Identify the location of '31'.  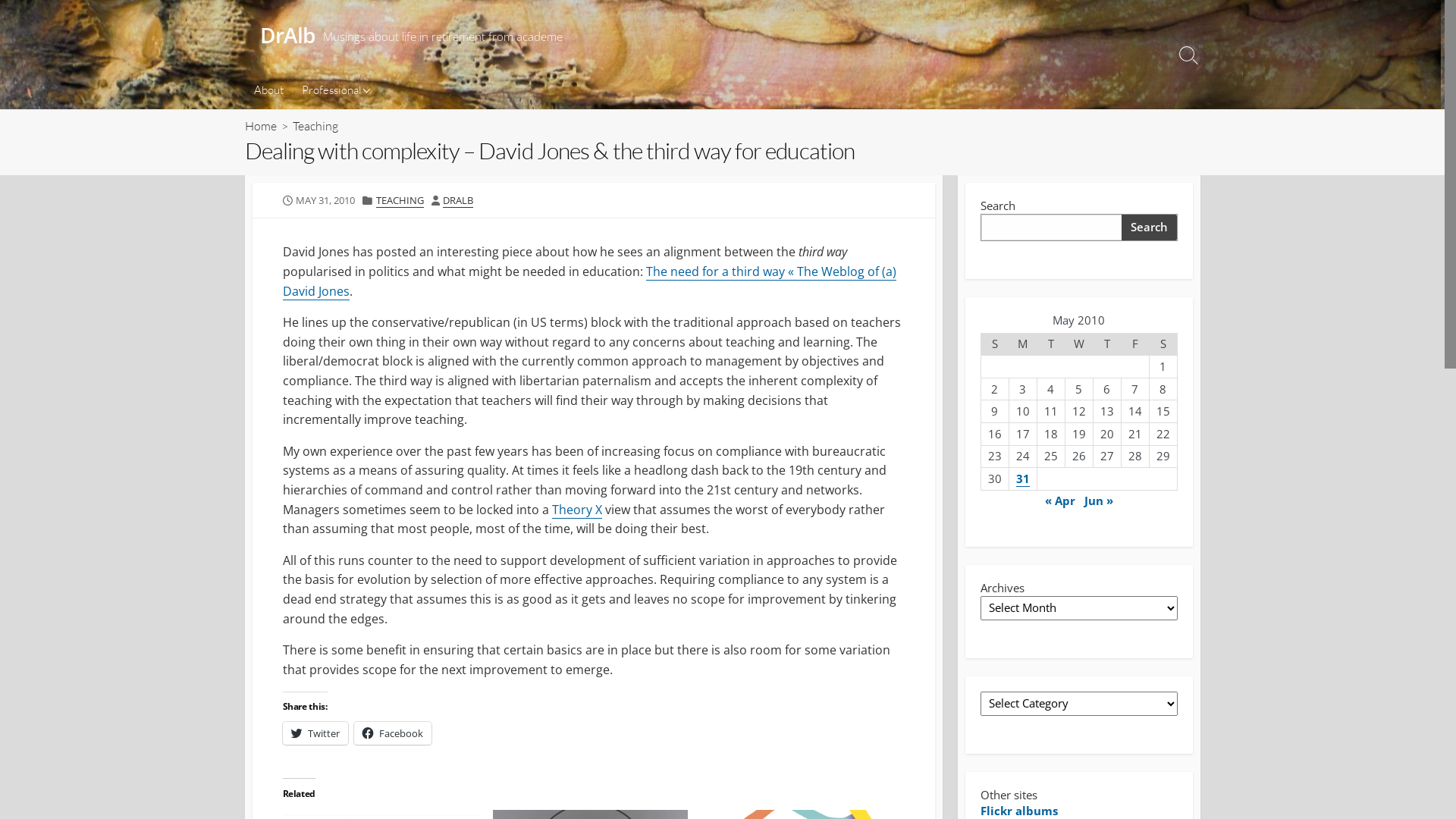
(1022, 479).